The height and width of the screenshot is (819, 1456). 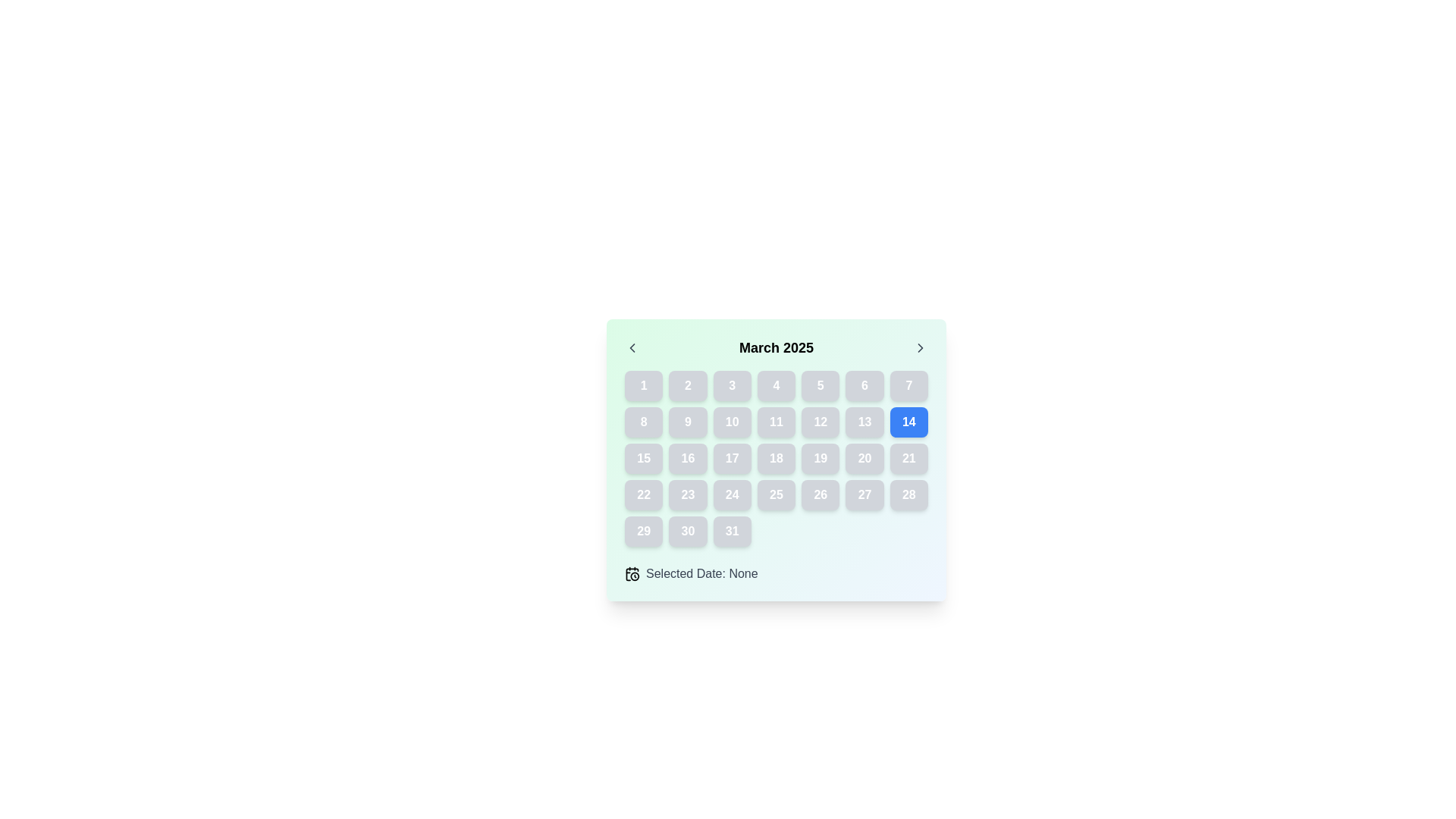 I want to click on the date button '3' in the calendar grid, so click(x=732, y=385).